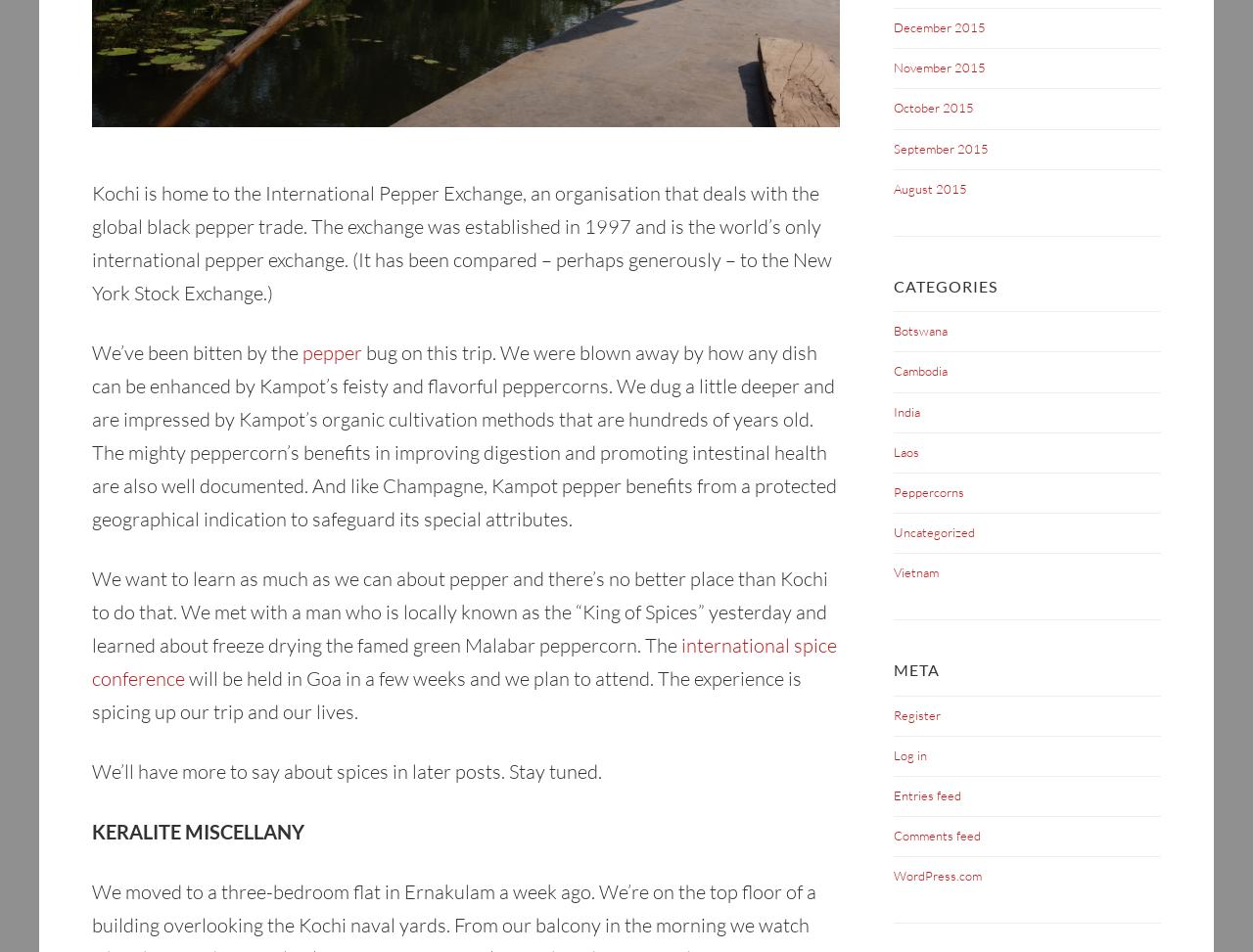 This screenshot has width=1253, height=952. What do you see at coordinates (893, 187) in the screenshot?
I see `'August 2015'` at bounding box center [893, 187].